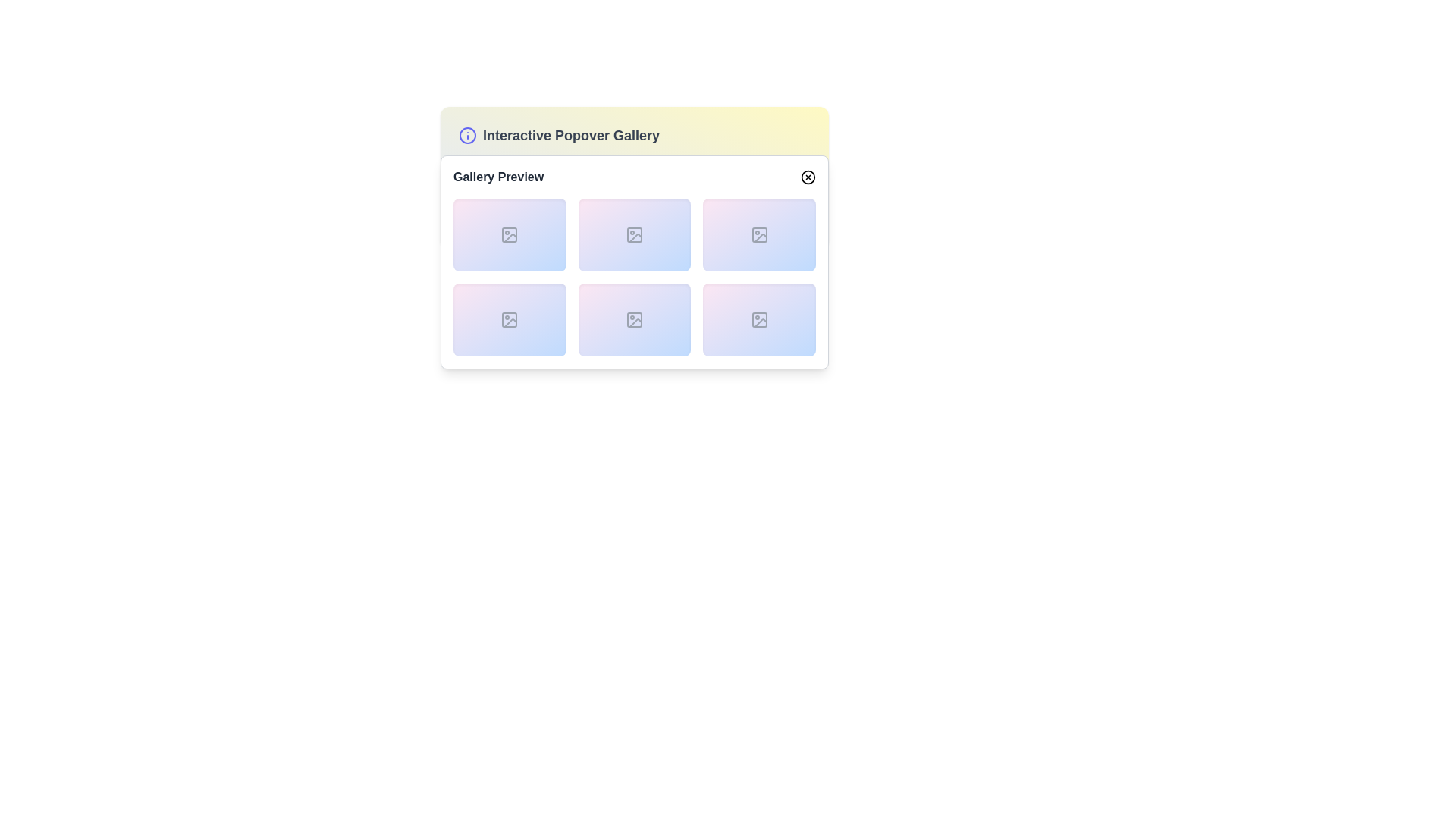 The height and width of the screenshot is (819, 1456). I want to click on the circular shape that is part of the SVG icon located to the left of the title 'Interactive Popover Gallery', so click(467, 134).